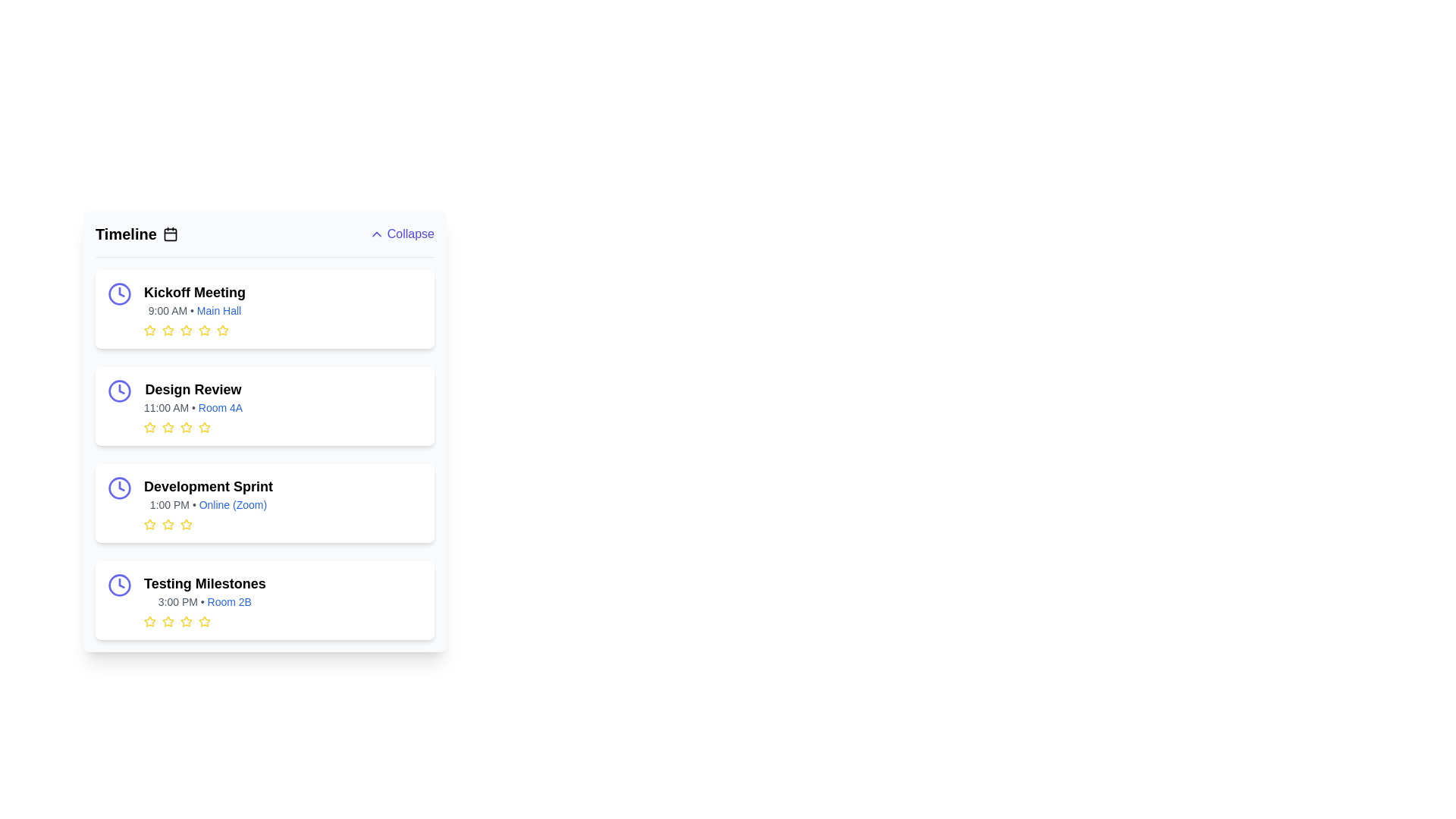 The image size is (1456, 819). Describe the element at coordinates (220, 406) in the screenshot. I see `the text element displaying 'Room 4A', which is styled in blue and part of the 'Design Review' card, located directly after '11:00 AM'` at that location.